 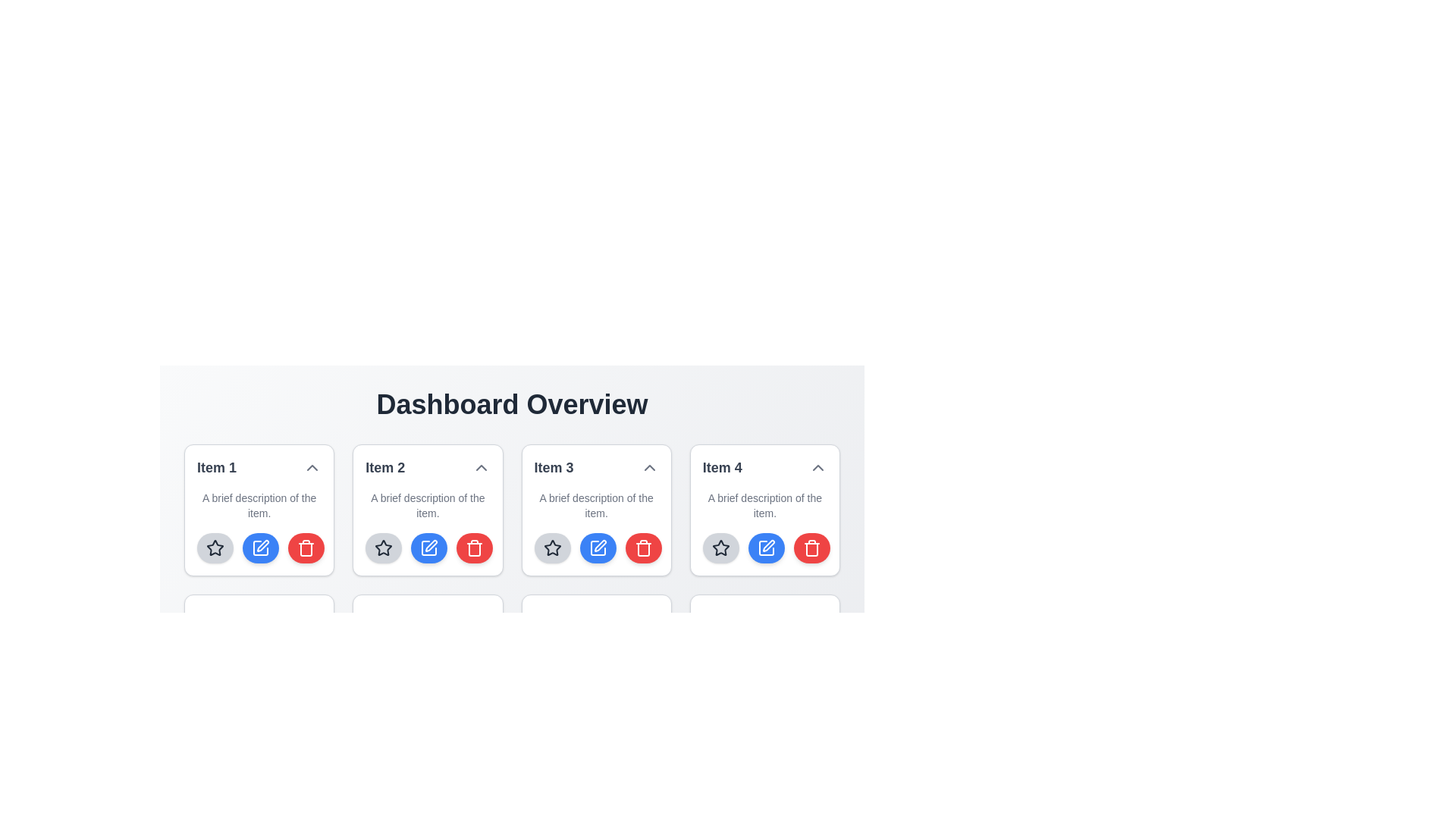 What do you see at coordinates (766, 548) in the screenshot?
I see `the small square icon resembling a pencil within a blue circular background, located at the bottom center of the fourth card labeled 'Item 4', to receive a visual response if enabled` at bounding box center [766, 548].